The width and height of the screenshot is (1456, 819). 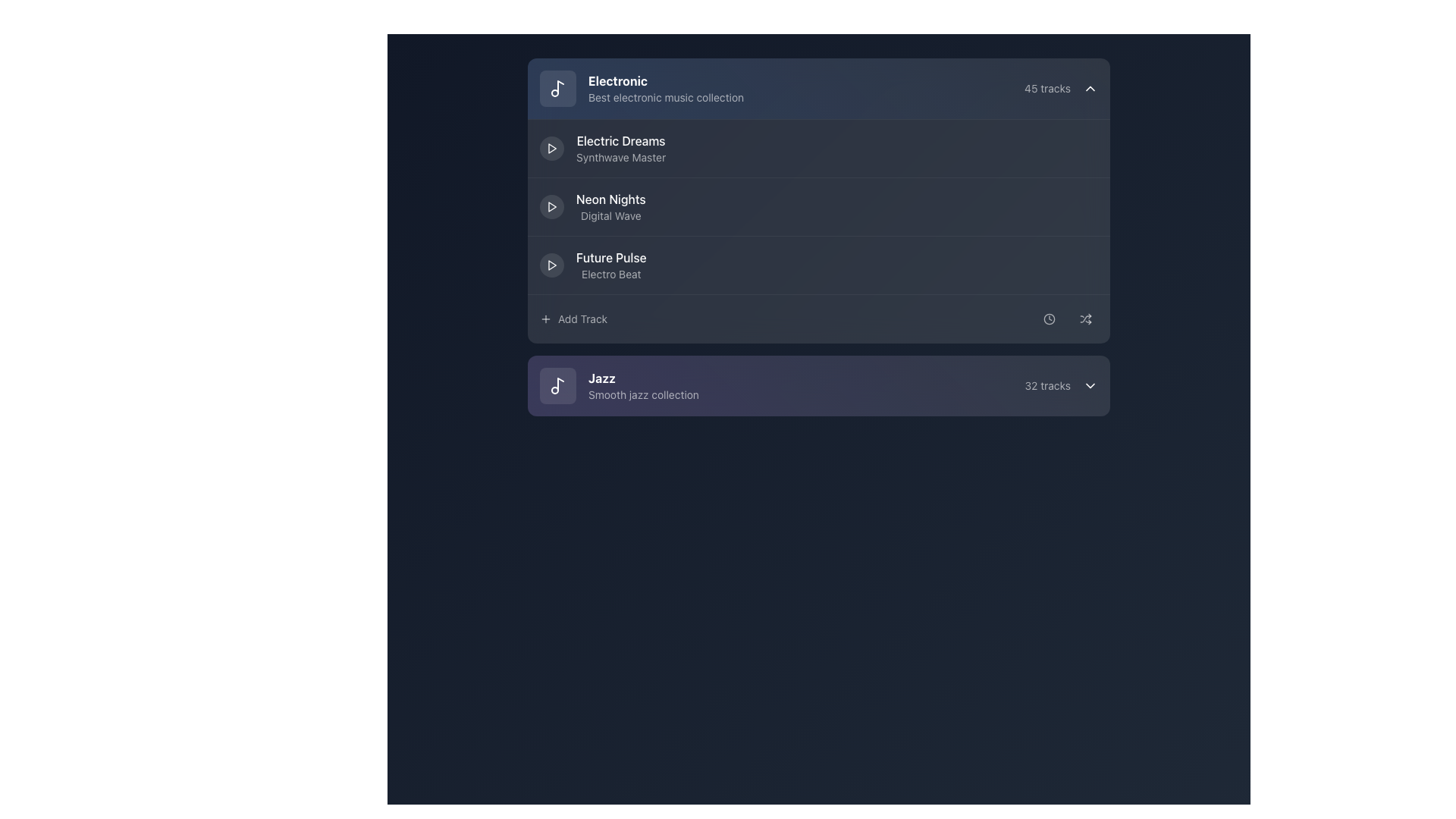 What do you see at coordinates (610, 216) in the screenshot?
I see `the text label displaying 'Digital Wave', which is a semi-transparent subtitle located beneath the 'Neon Nights' title in the Electronic section` at bounding box center [610, 216].